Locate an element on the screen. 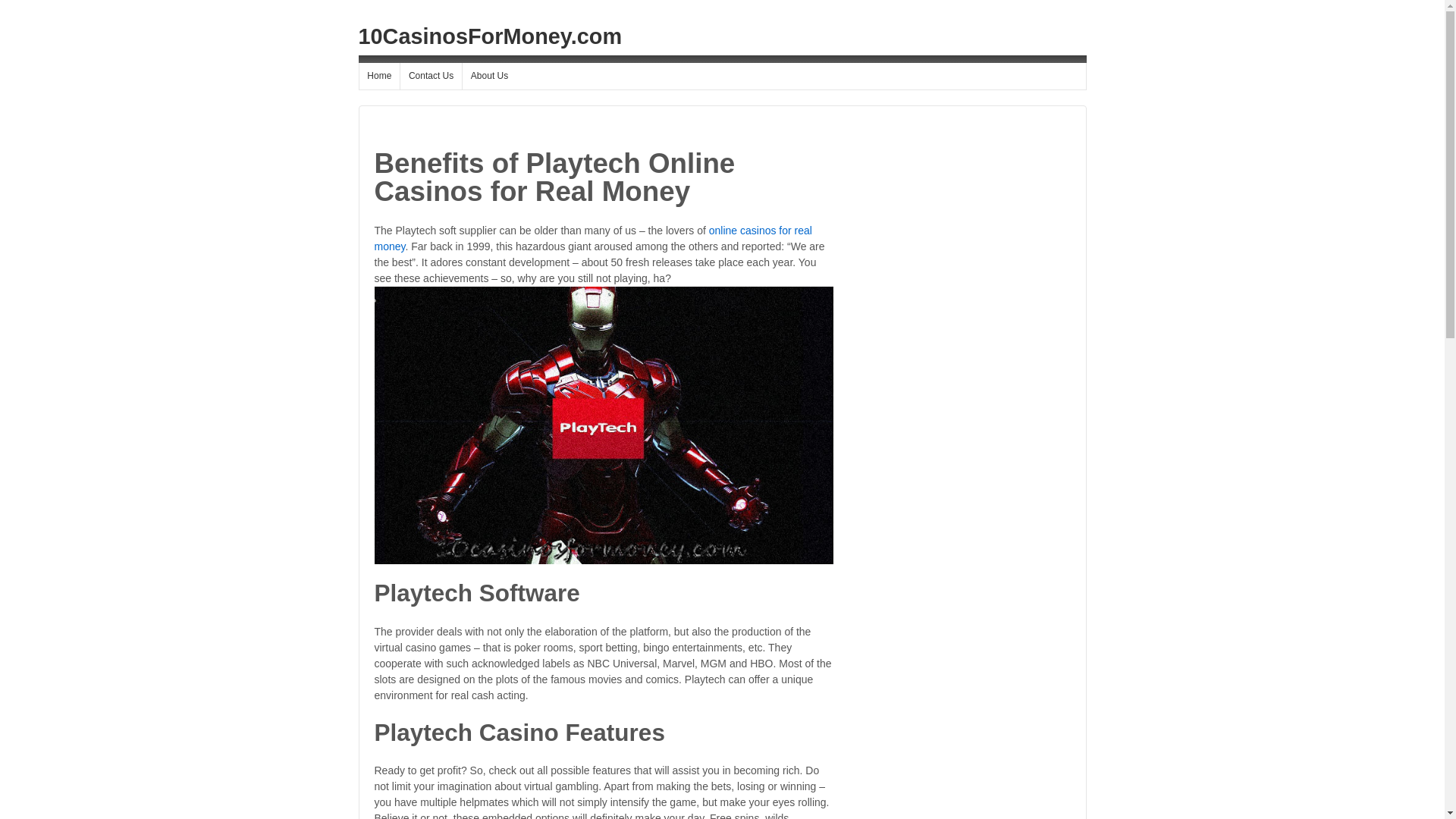  'Contact Us' is located at coordinates (429, 76).